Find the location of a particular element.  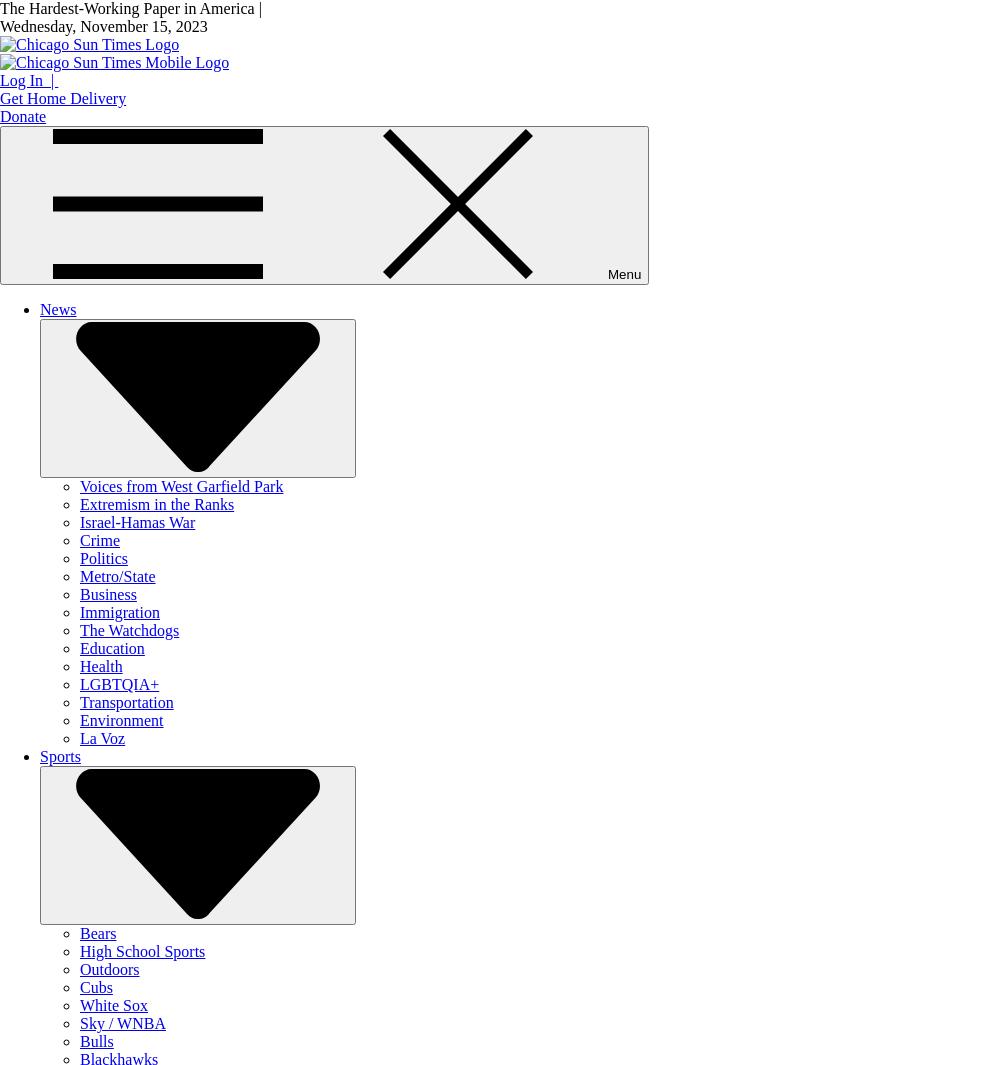

'Crime' is located at coordinates (99, 540).